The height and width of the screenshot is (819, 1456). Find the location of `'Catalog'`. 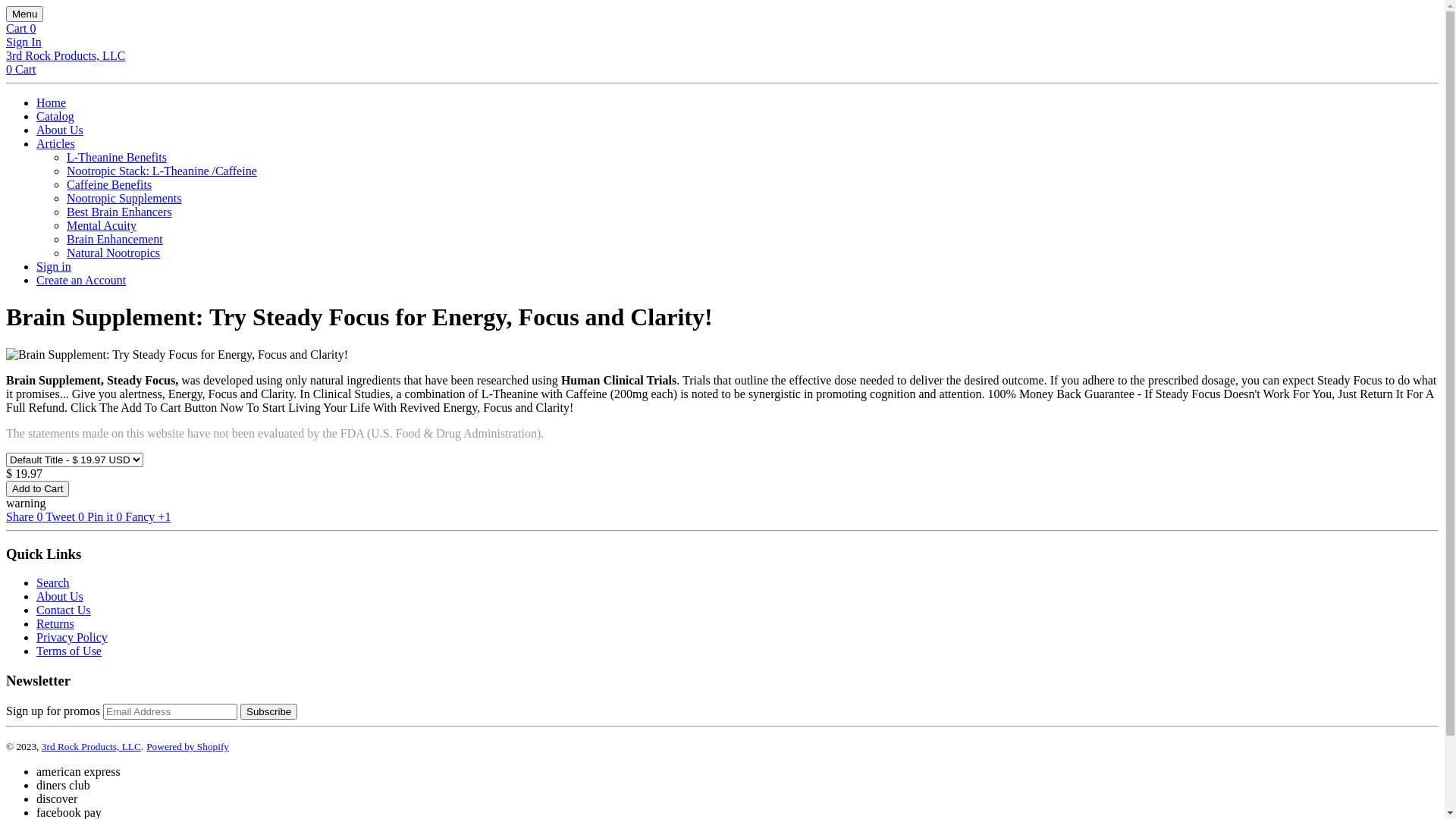

'Catalog' is located at coordinates (55, 115).